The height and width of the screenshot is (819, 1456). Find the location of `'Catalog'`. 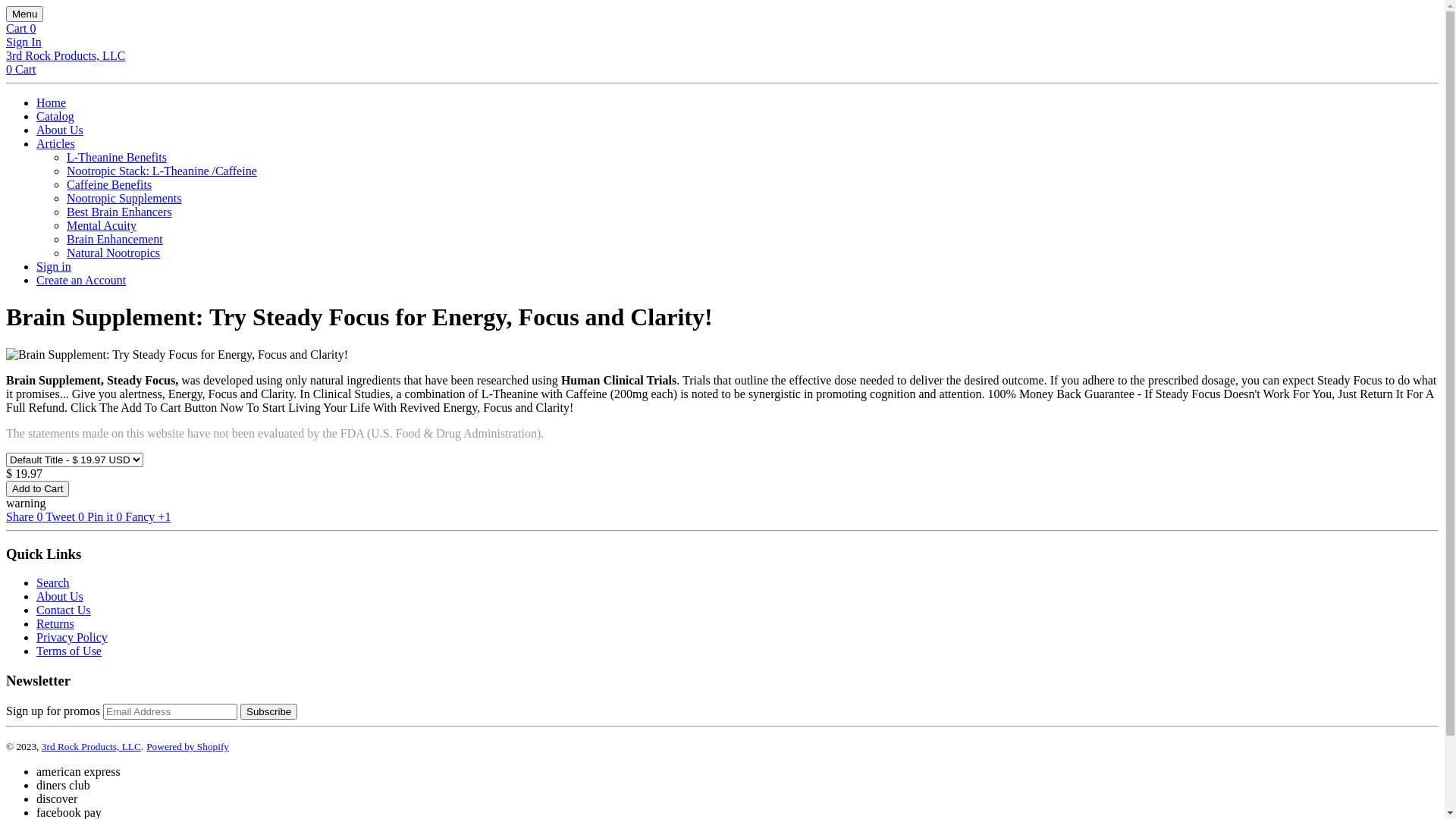

'Catalog' is located at coordinates (55, 115).